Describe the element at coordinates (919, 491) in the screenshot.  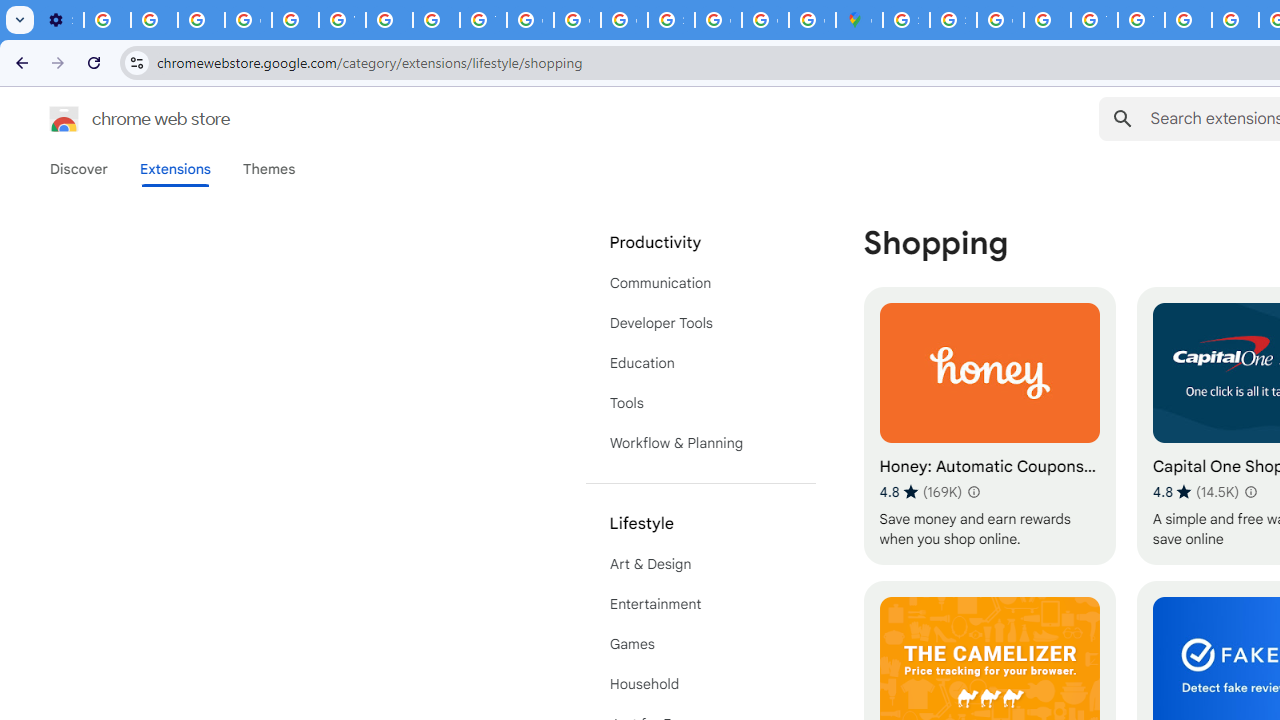
I see `'Average rating 4.8 out of 5 stars. 169K ratings.'` at that location.